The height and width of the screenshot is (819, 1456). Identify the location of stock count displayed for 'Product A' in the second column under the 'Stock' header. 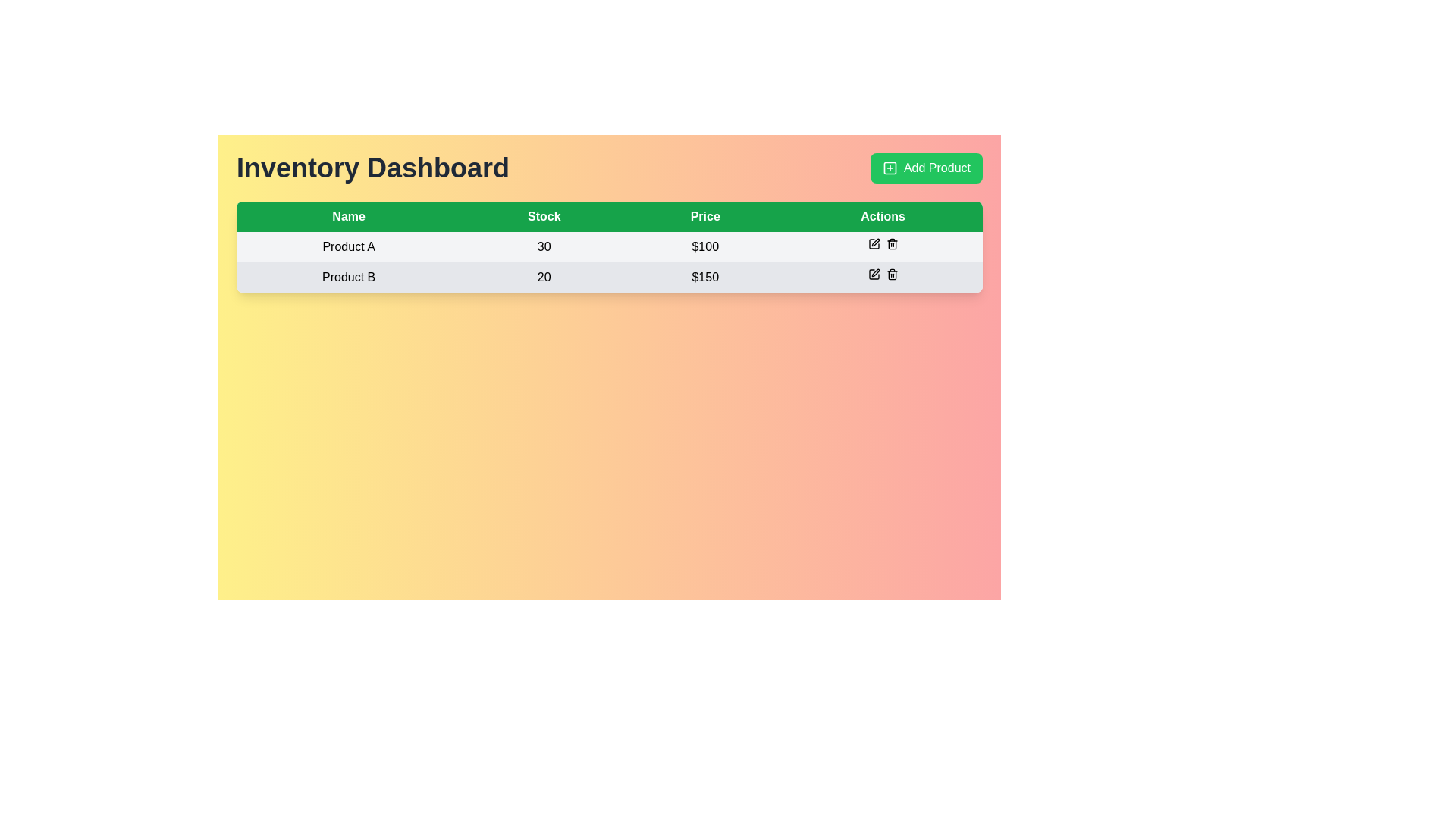
(544, 246).